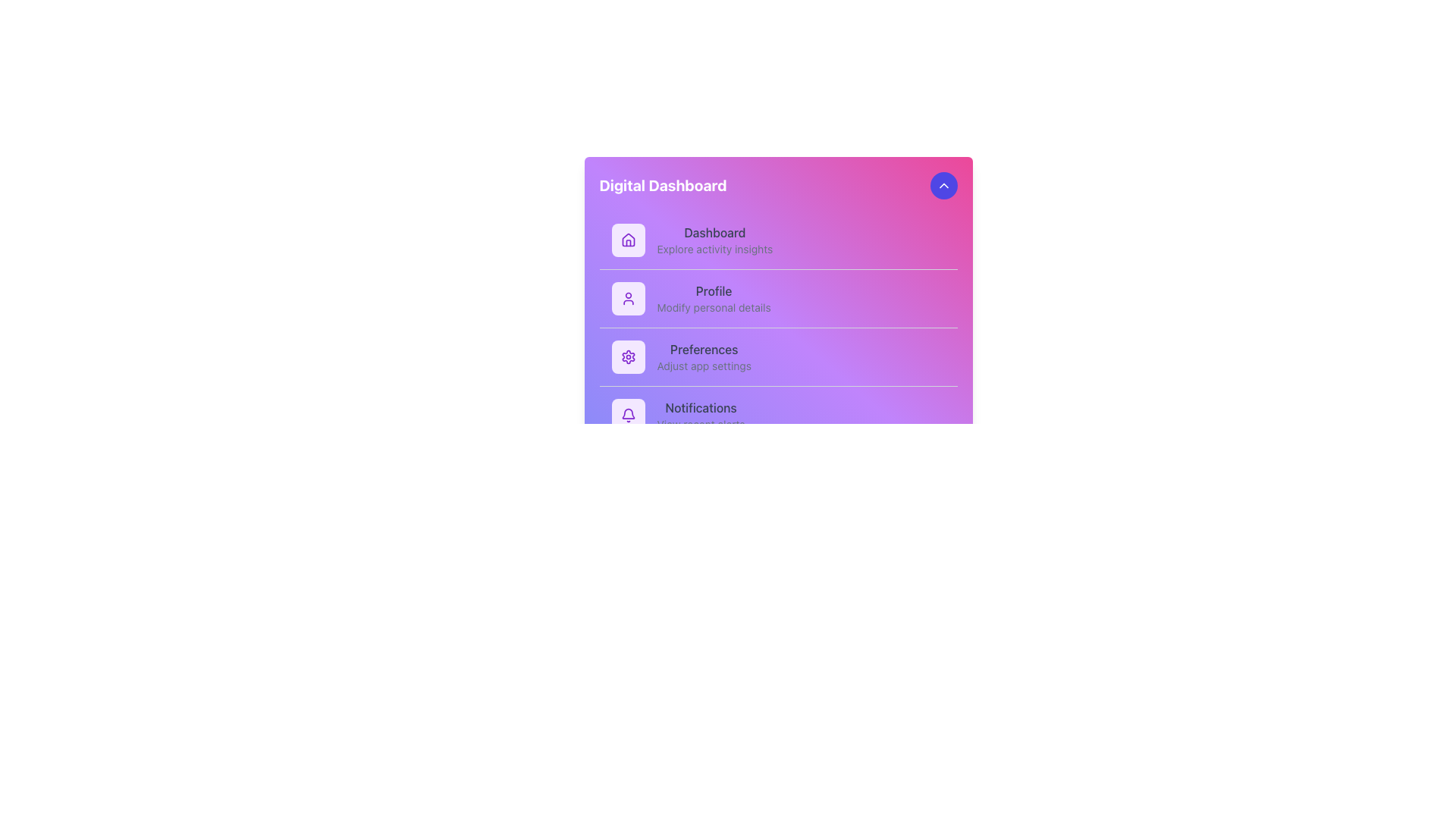 Image resolution: width=1456 pixels, height=819 pixels. What do you see at coordinates (628, 415) in the screenshot?
I see `the decorative notification icon located in the Notifications row, which is the first component aligned to the left of the text labels 'Notifications' and 'View recent alerts'` at bounding box center [628, 415].